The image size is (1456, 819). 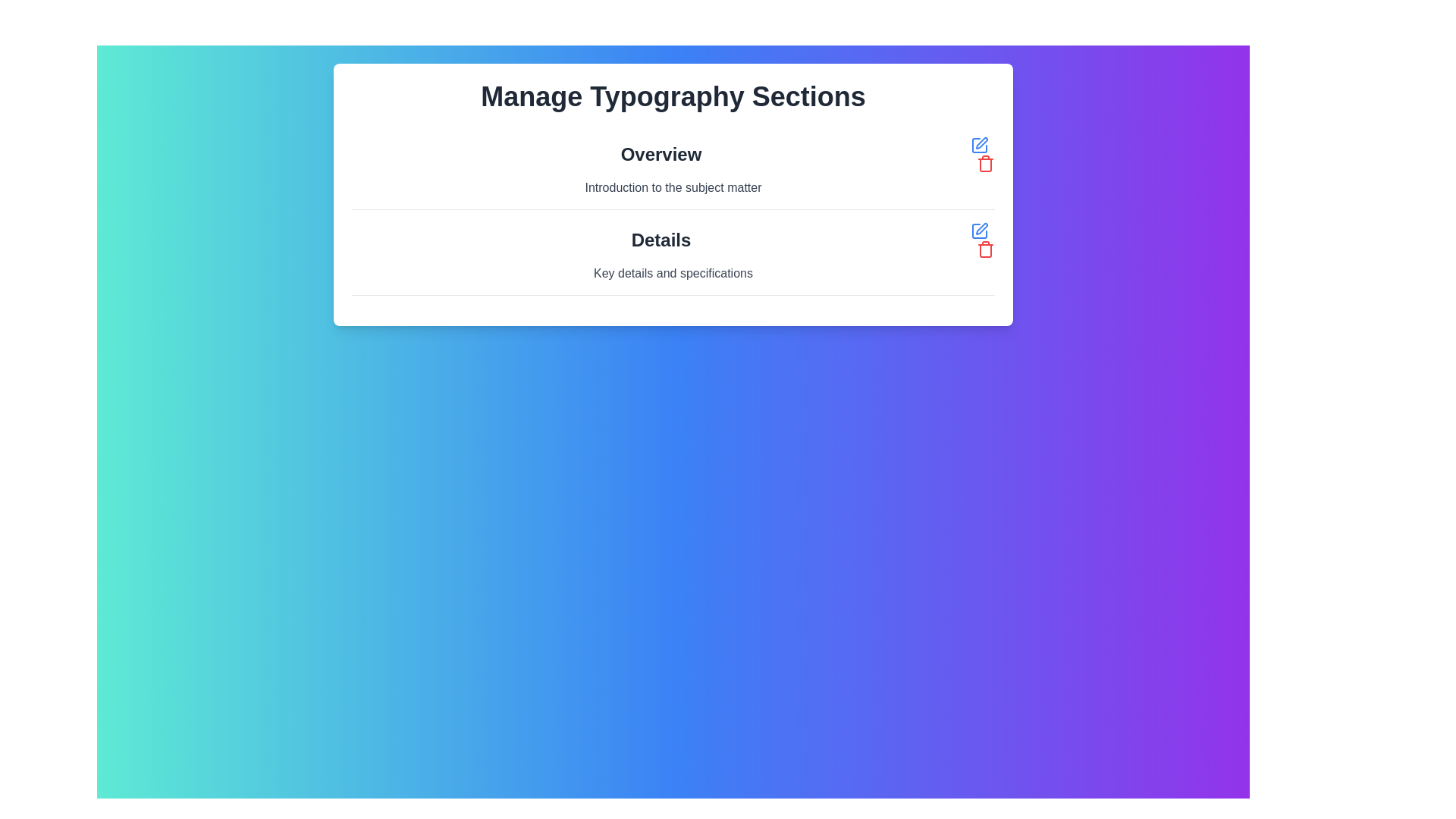 What do you see at coordinates (661, 155) in the screenshot?
I see `the title text label that serves as a heading for the subsection, positioned at the top of the card layout and centrally aligned` at bounding box center [661, 155].